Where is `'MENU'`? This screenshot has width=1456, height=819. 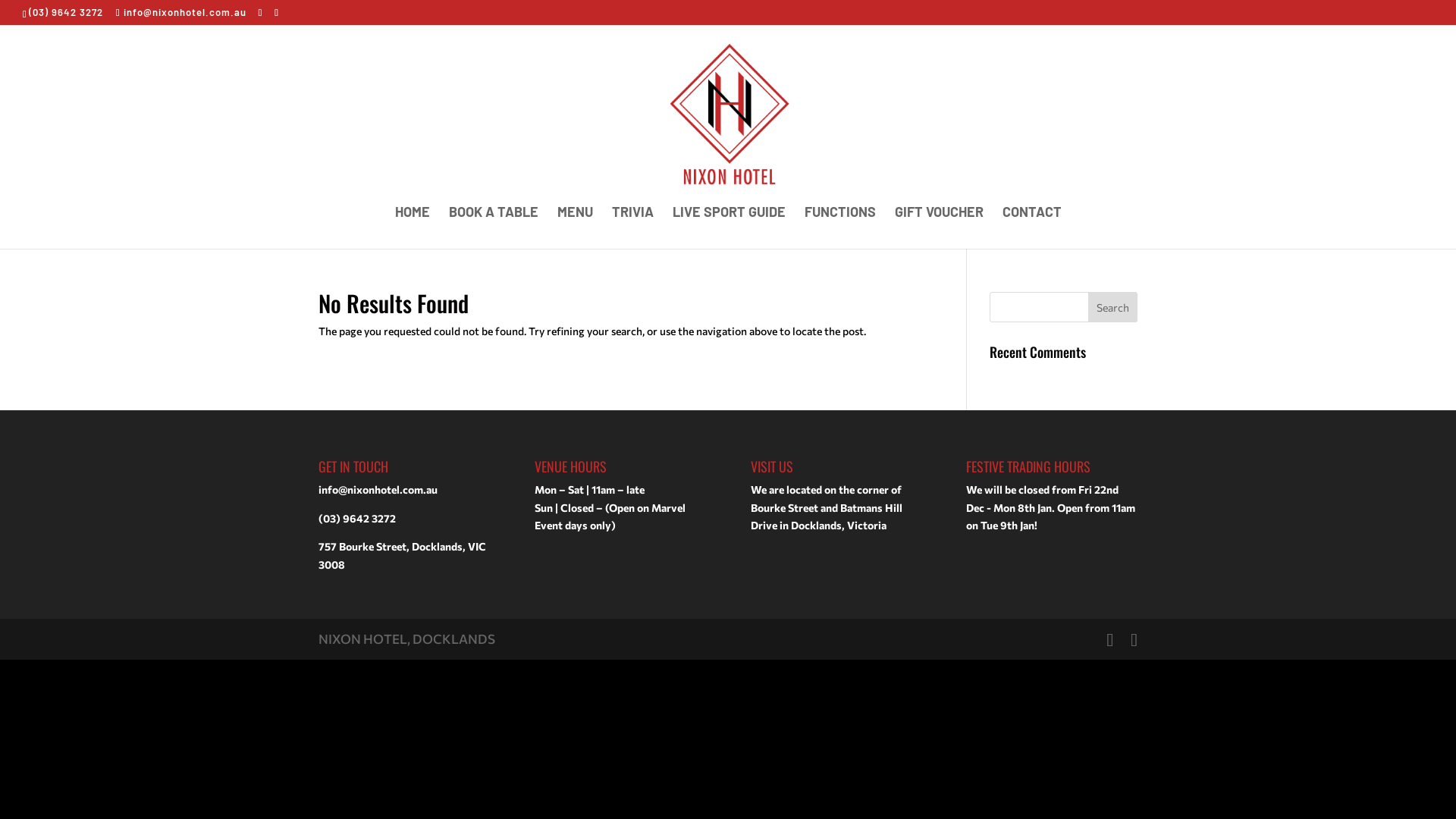
'MENU' is located at coordinates (573, 227).